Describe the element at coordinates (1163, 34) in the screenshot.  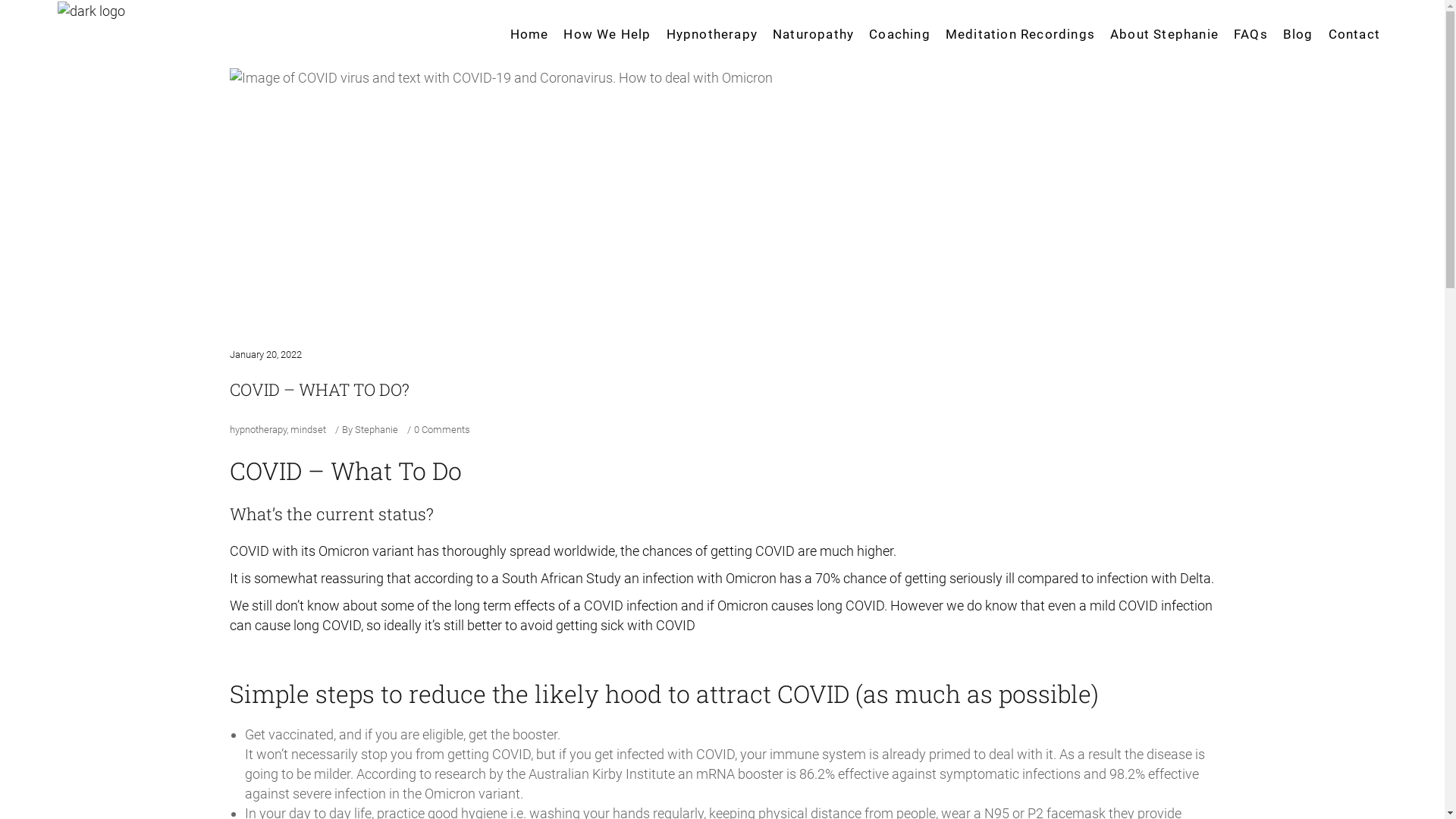
I see `'About Stephanie'` at that location.